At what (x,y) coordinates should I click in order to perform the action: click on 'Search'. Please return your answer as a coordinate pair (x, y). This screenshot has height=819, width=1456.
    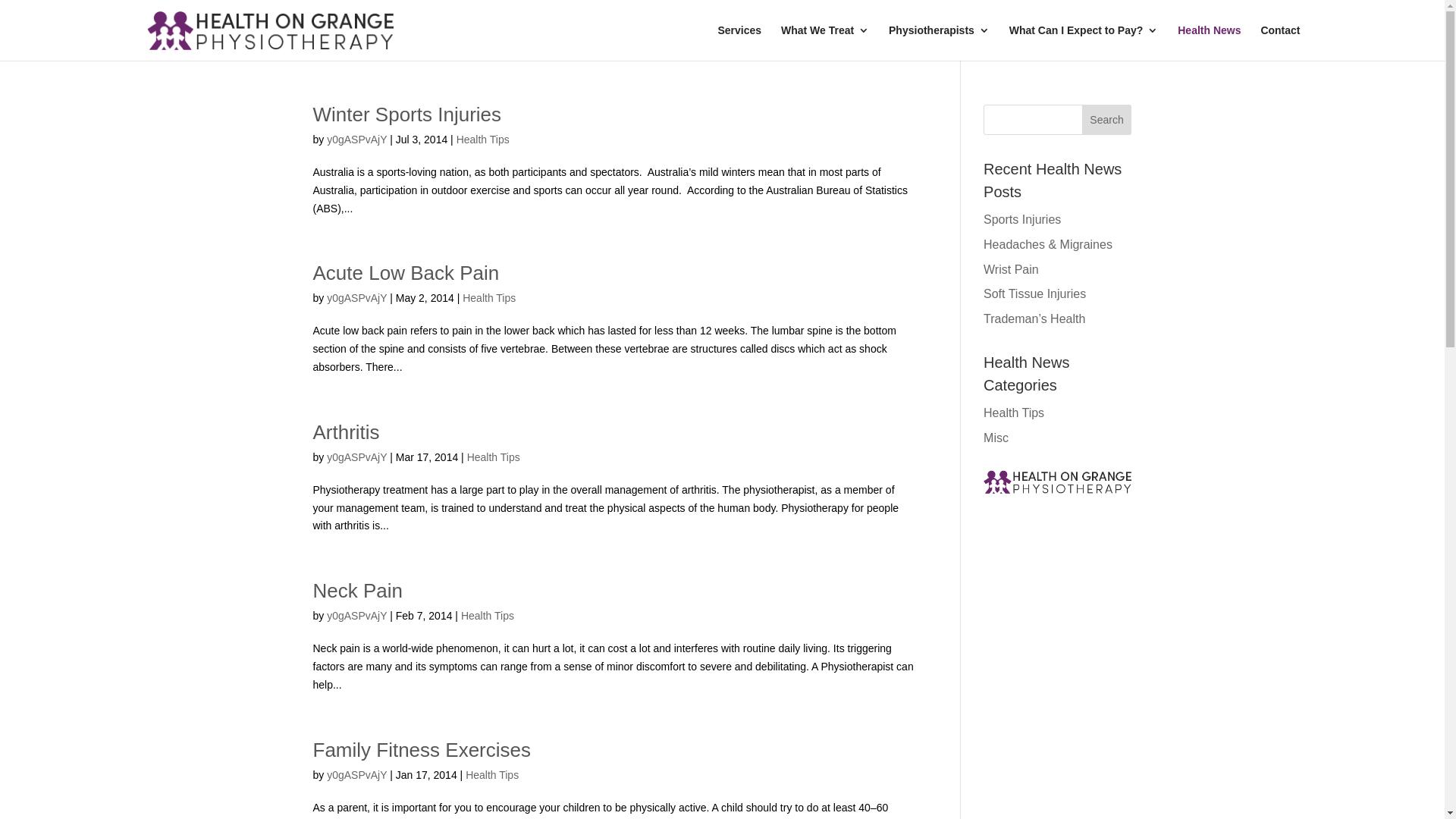
    Looking at the image, I should click on (1106, 119).